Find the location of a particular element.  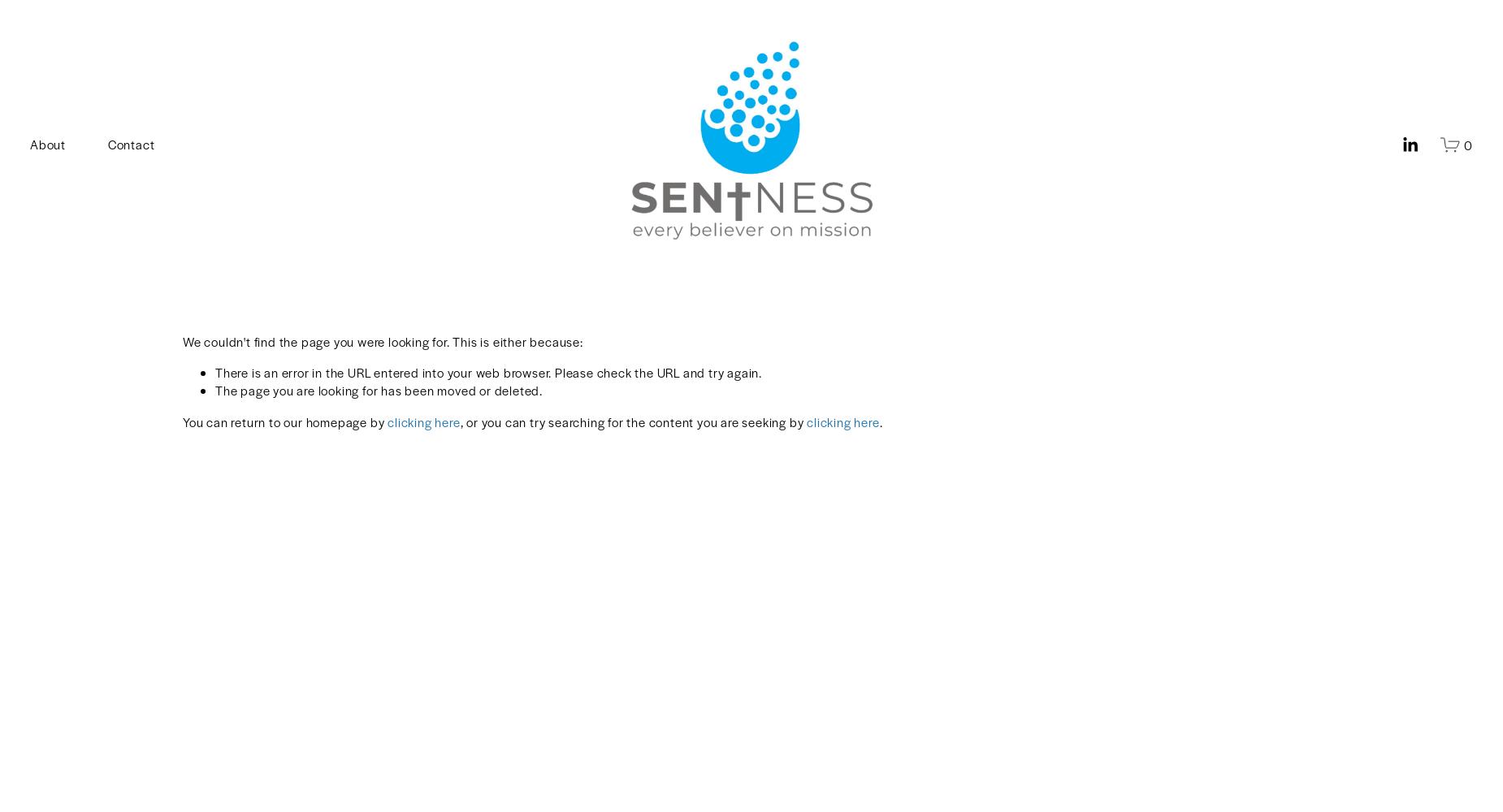

'Contact' is located at coordinates (129, 144).